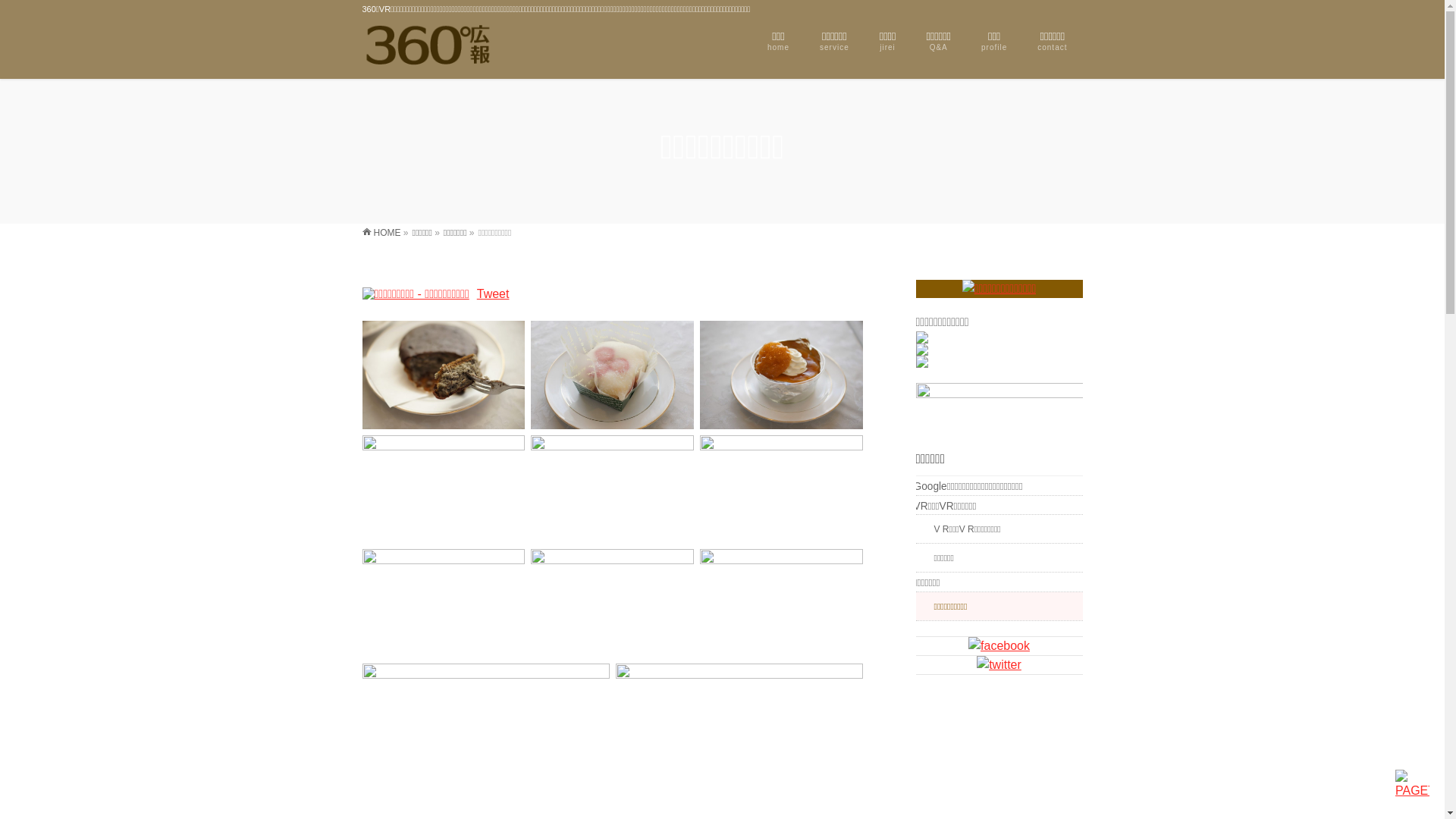 This screenshot has height=819, width=1456. I want to click on 'HOME', so click(381, 233).